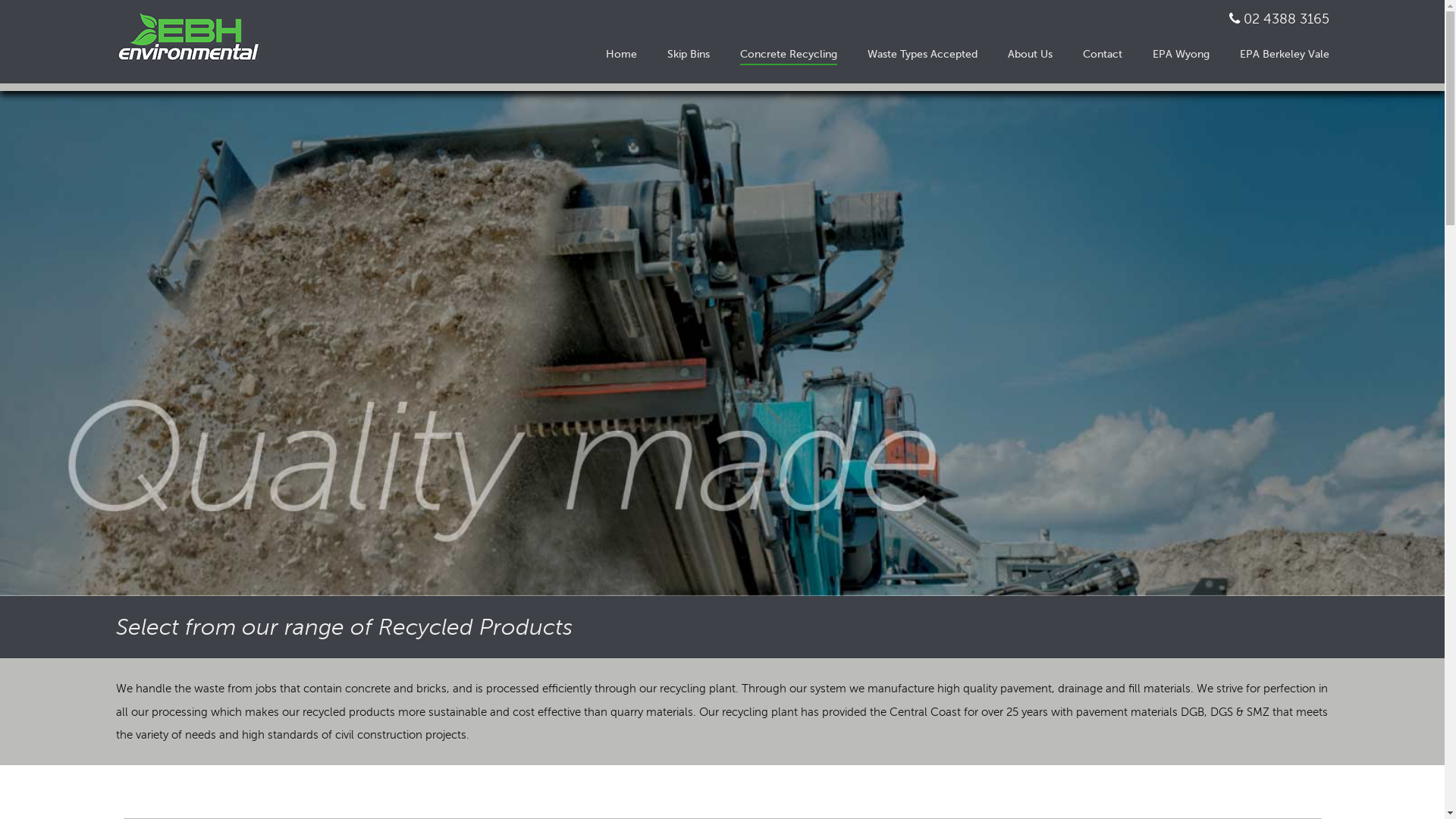 Image resolution: width=1456 pixels, height=819 pixels. What do you see at coordinates (1082, 54) in the screenshot?
I see `'Contact'` at bounding box center [1082, 54].